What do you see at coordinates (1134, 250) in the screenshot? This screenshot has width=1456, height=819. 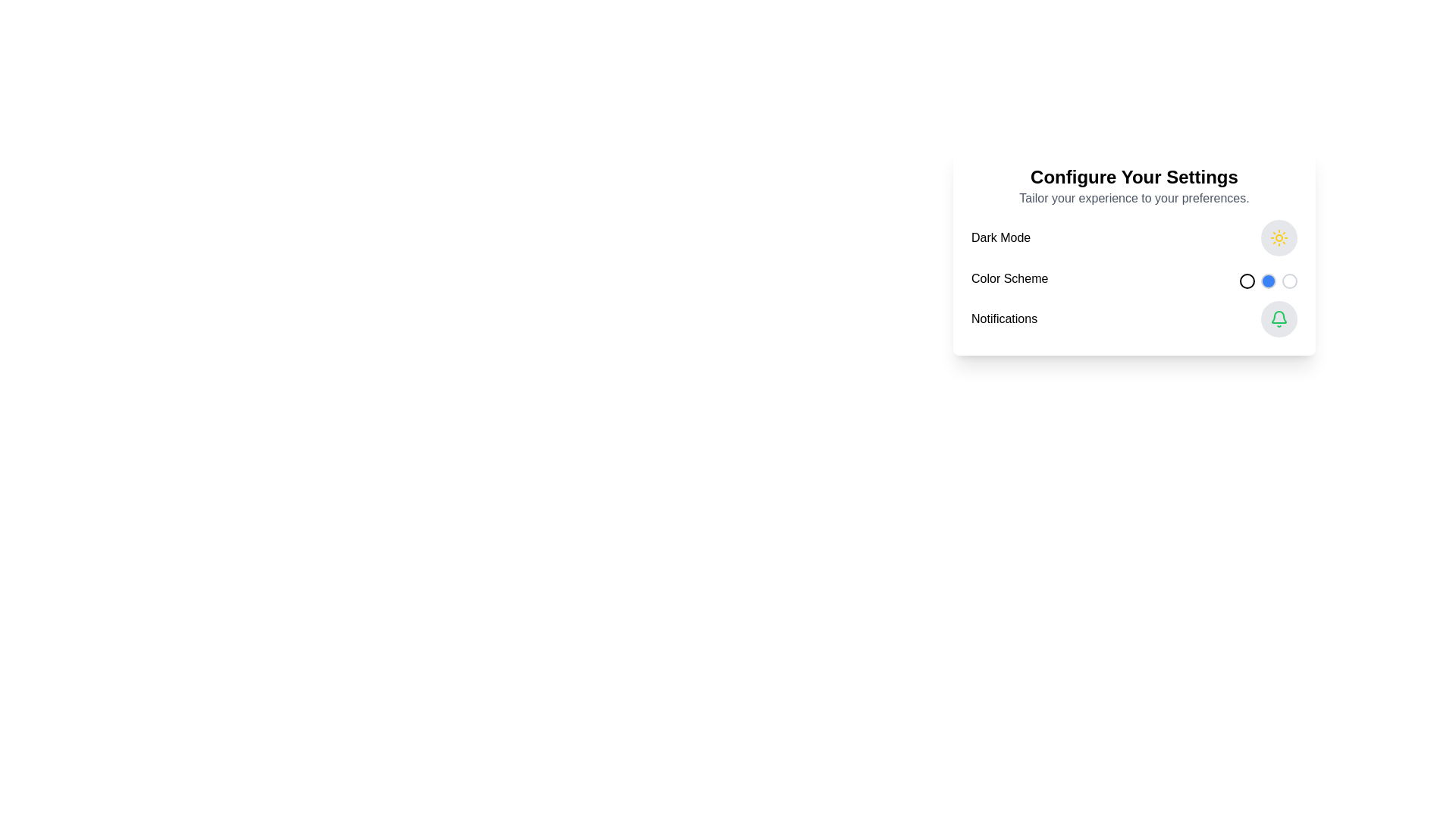 I see `the interactive options or headings within the card-like section titled 'Configure Your Settings', which includes 'Dark Mode', 'Color Scheme', and 'Notifications'` at bounding box center [1134, 250].